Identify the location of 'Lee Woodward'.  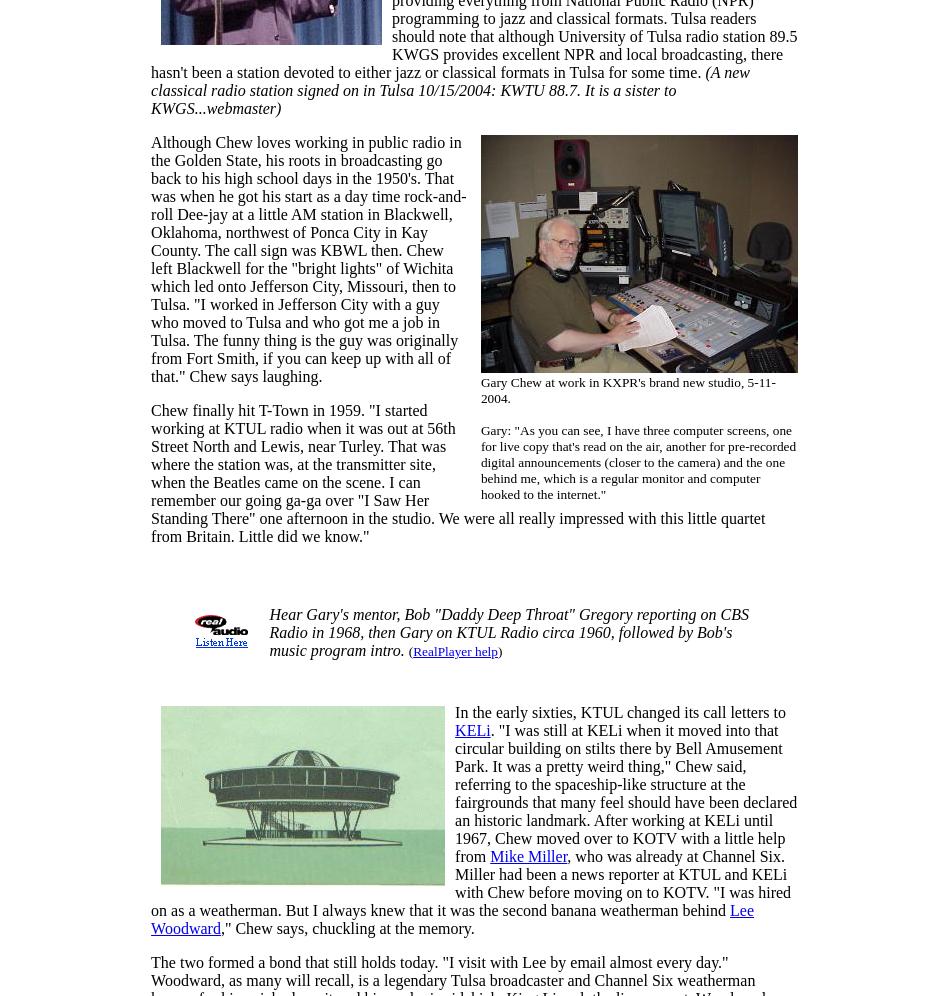
(451, 919).